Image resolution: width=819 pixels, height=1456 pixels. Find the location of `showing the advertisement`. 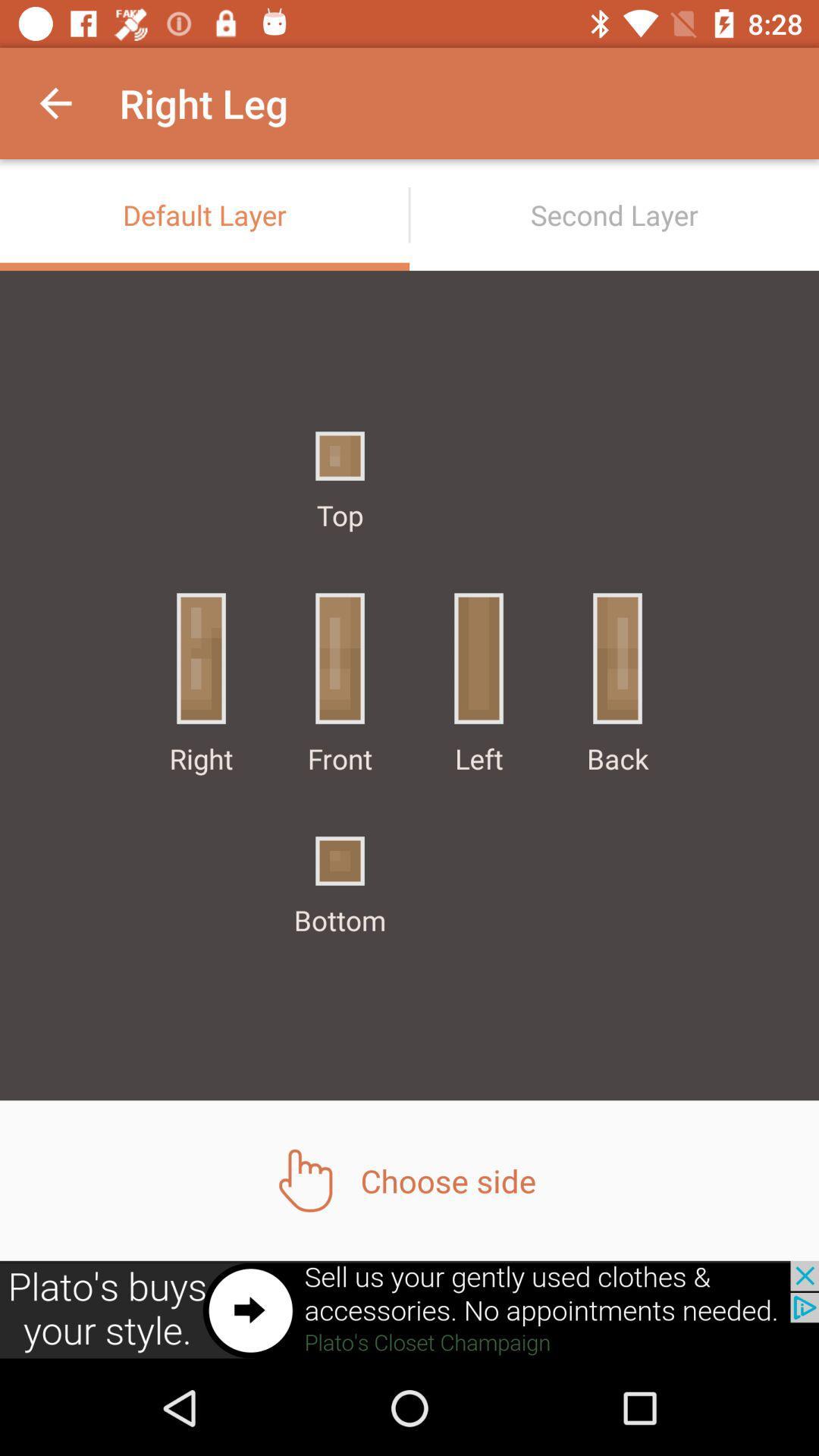

showing the advertisement is located at coordinates (409, 1310).